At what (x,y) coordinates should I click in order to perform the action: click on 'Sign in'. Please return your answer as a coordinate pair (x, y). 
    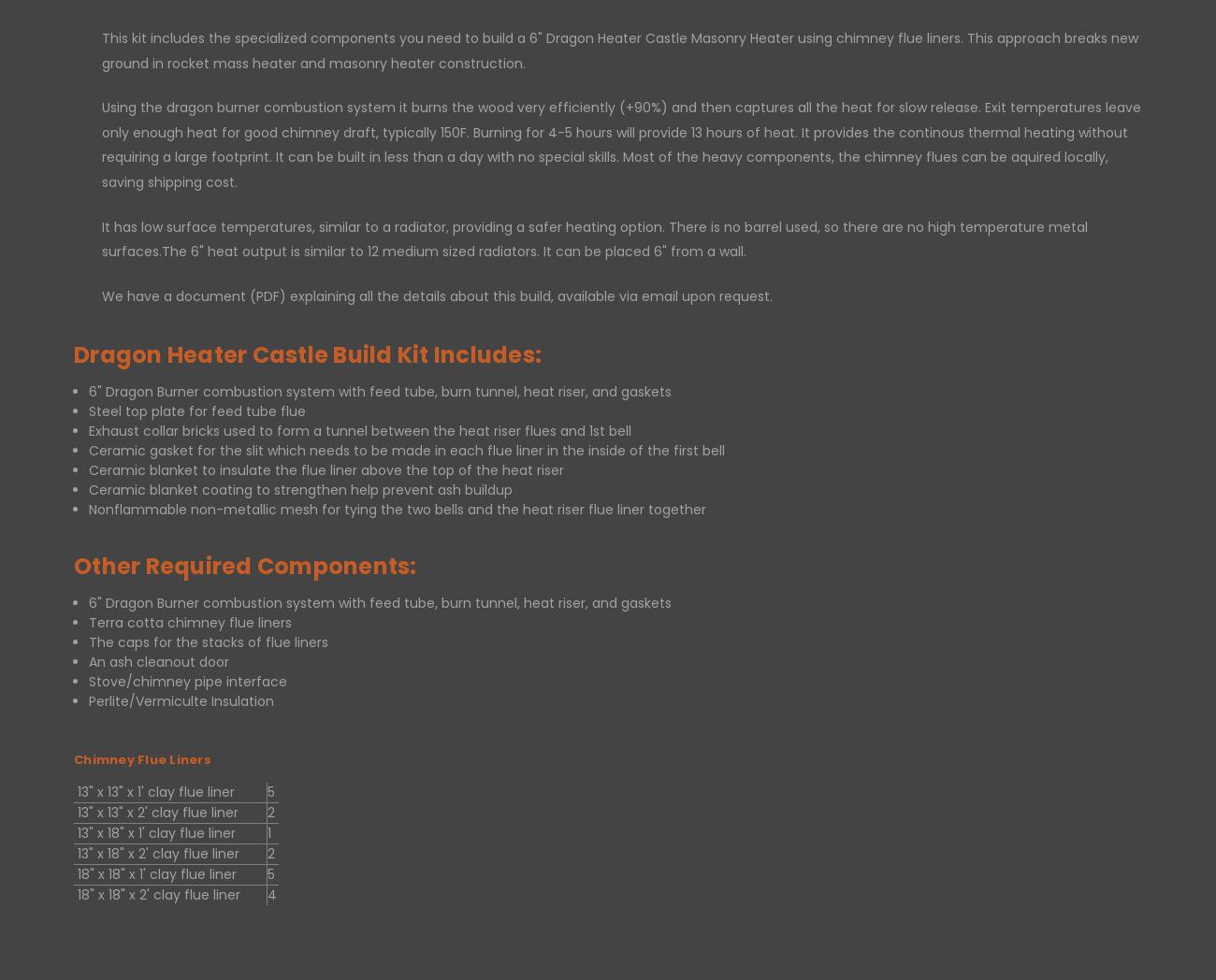
    Looking at the image, I should click on (82, 541).